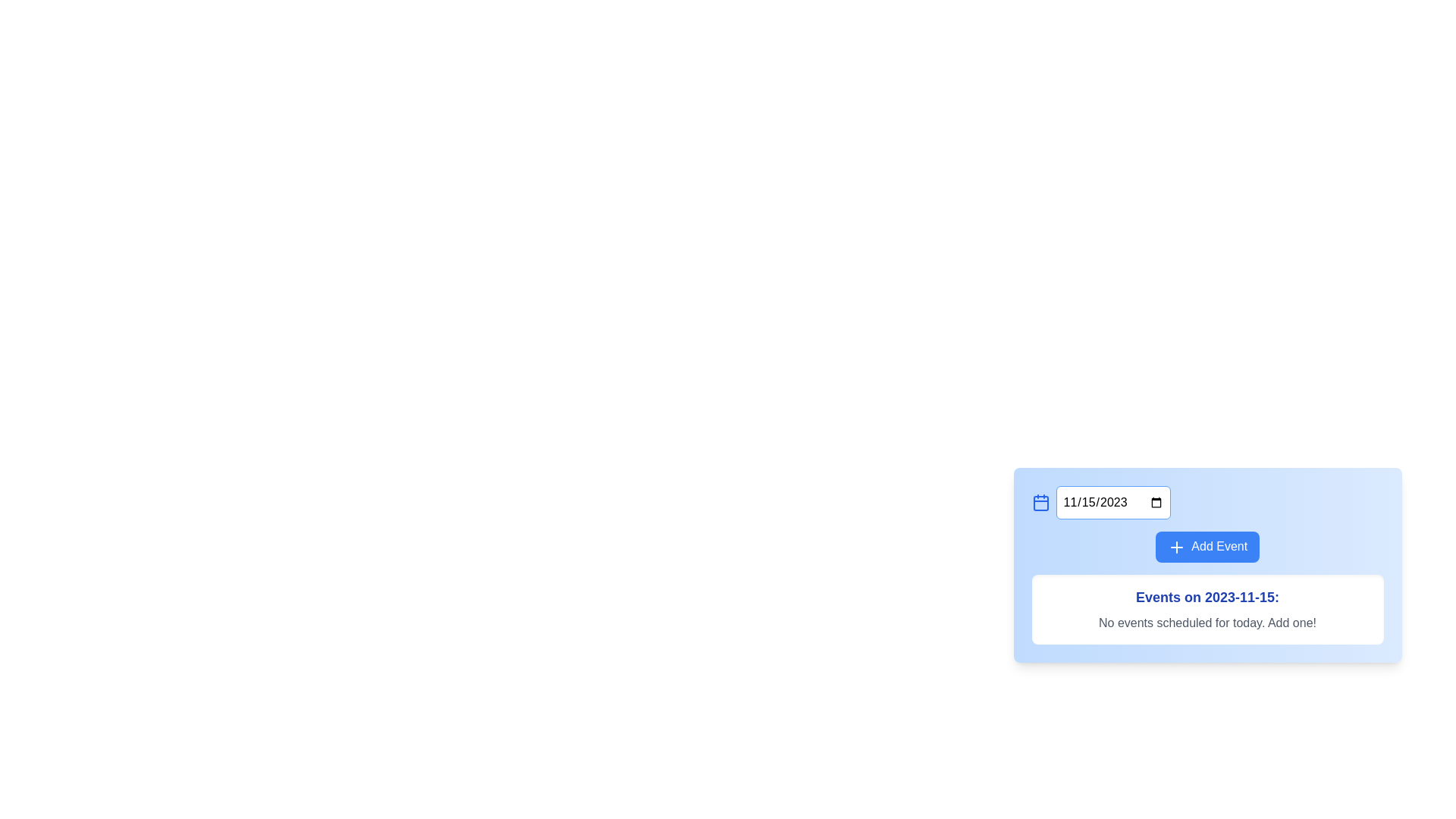 Image resolution: width=1456 pixels, height=819 pixels. I want to click on the icon that visually indicates the action associated with adding an event, which is centrally positioned within the blue rectangular button labeled 'Add Event.', so click(1175, 547).